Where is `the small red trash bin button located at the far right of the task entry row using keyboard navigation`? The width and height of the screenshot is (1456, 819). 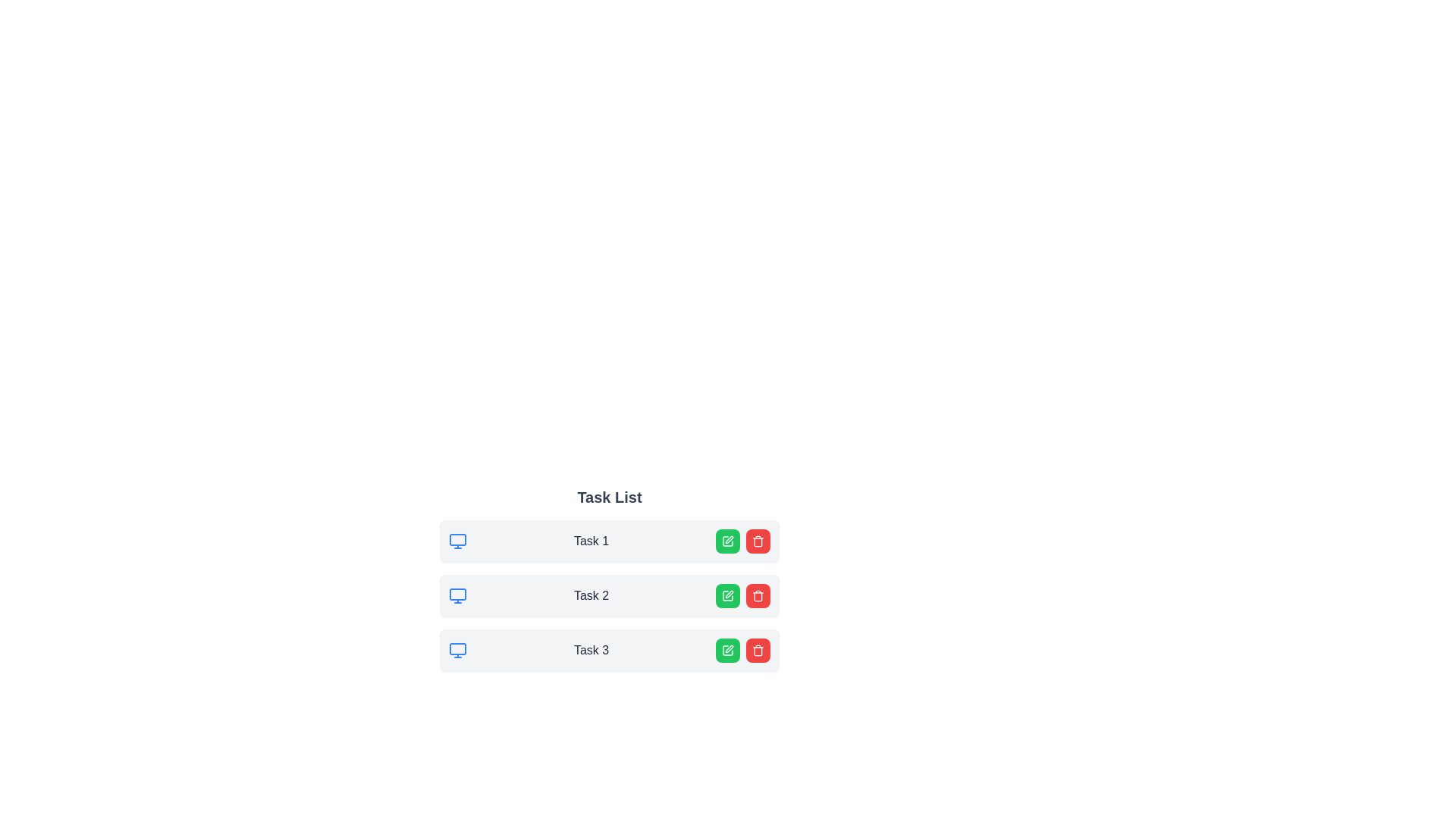
the small red trash bin button located at the far right of the task entry row using keyboard navigation is located at coordinates (758, 595).